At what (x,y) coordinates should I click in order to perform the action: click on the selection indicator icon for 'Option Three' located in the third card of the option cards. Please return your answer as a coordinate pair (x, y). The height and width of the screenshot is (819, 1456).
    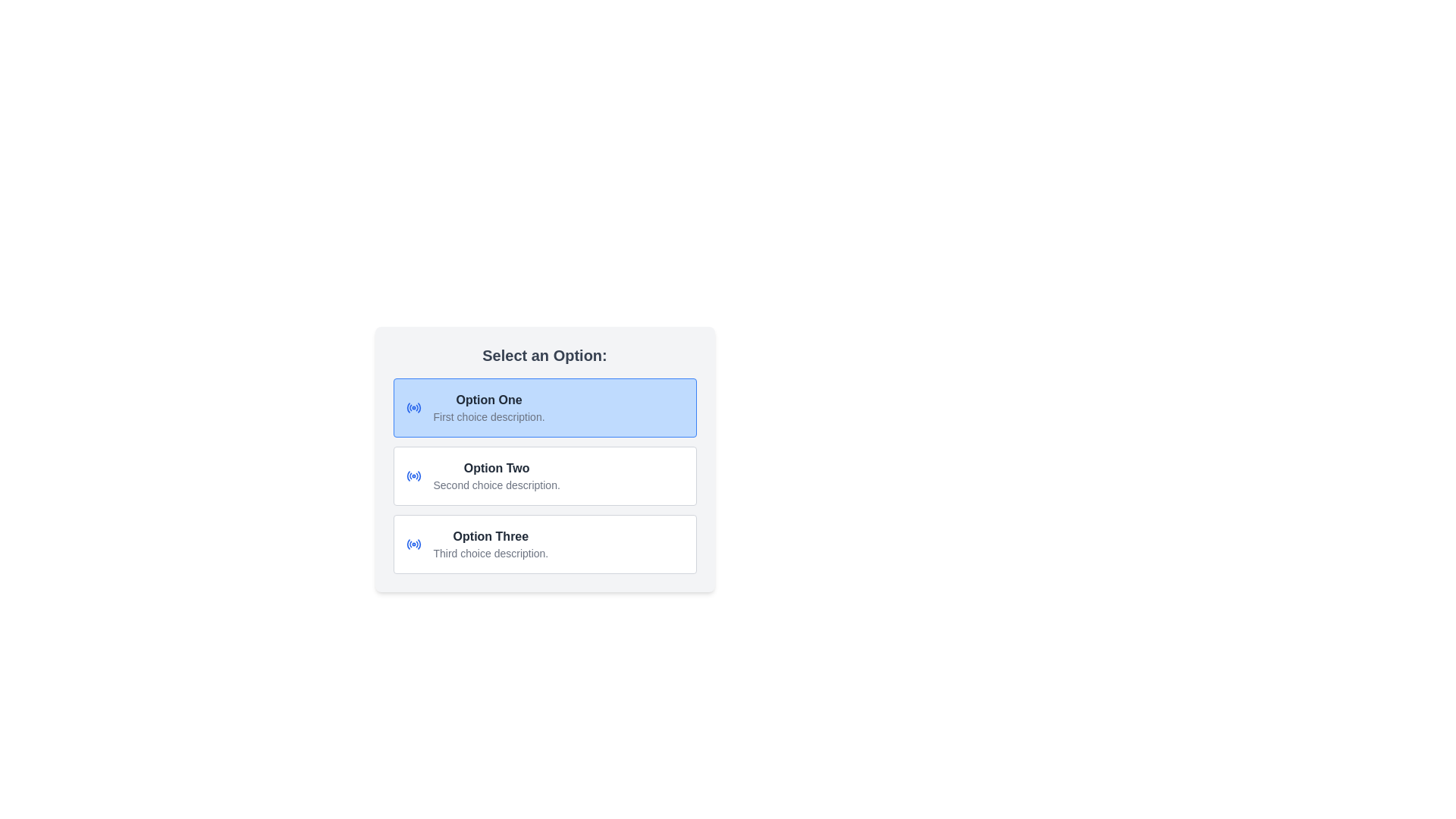
    Looking at the image, I should click on (413, 543).